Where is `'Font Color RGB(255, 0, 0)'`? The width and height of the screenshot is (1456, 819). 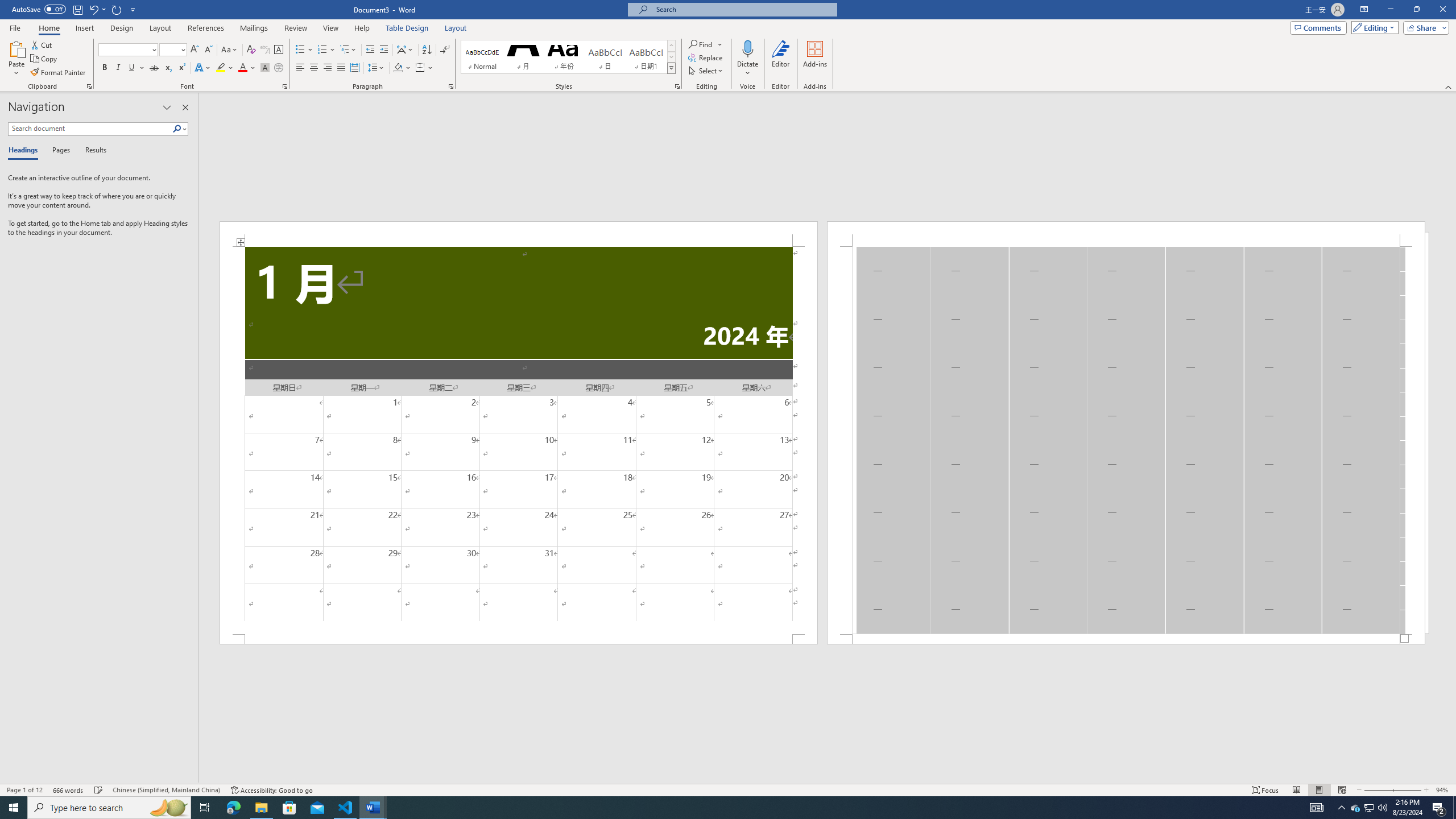 'Font Color RGB(255, 0, 0)' is located at coordinates (242, 67).